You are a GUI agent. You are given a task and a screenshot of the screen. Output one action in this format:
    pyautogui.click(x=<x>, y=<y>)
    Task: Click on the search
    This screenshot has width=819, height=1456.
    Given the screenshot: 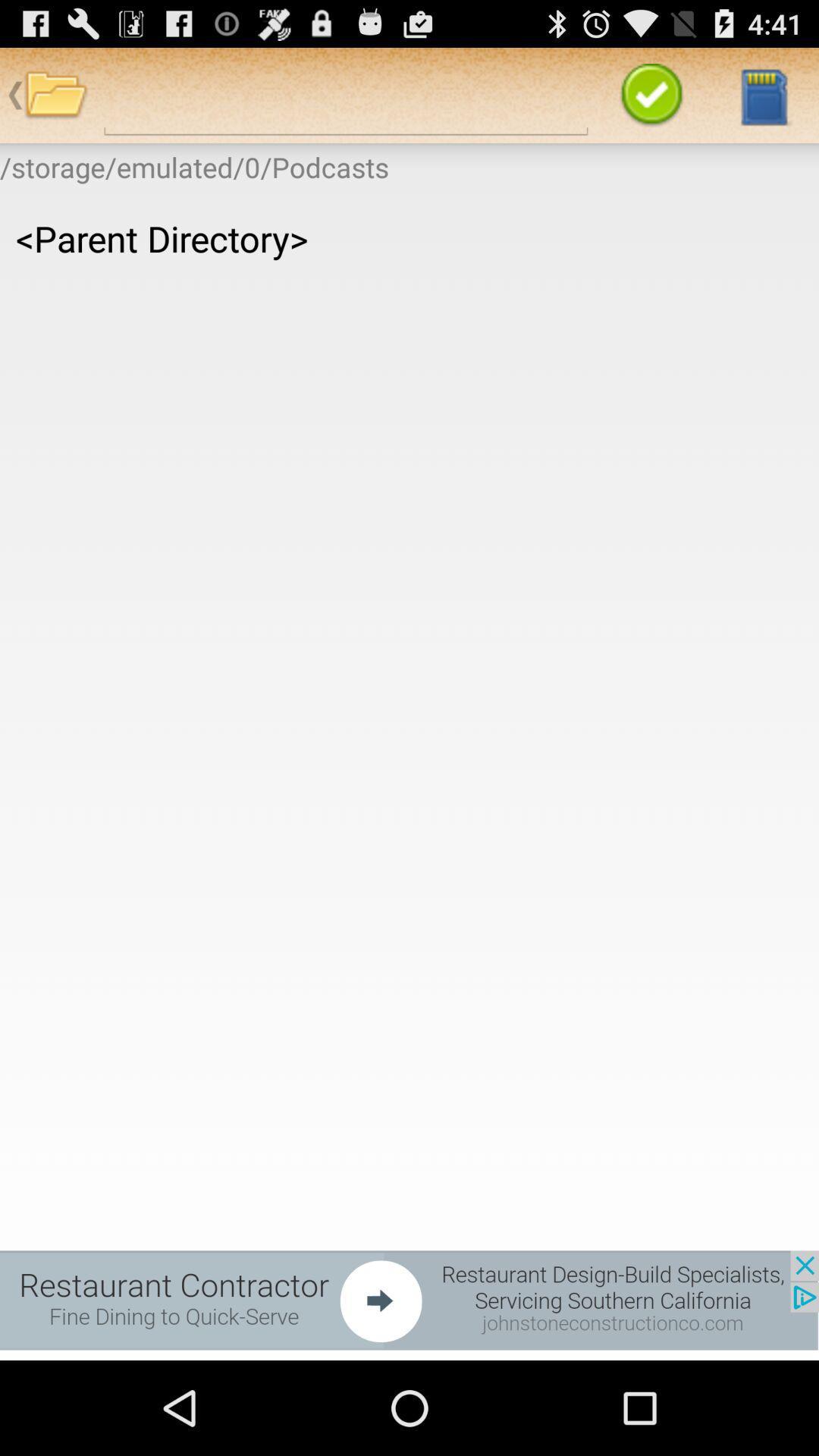 What is the action you would take?
    pyautogui.click(x=346, y=94)
    